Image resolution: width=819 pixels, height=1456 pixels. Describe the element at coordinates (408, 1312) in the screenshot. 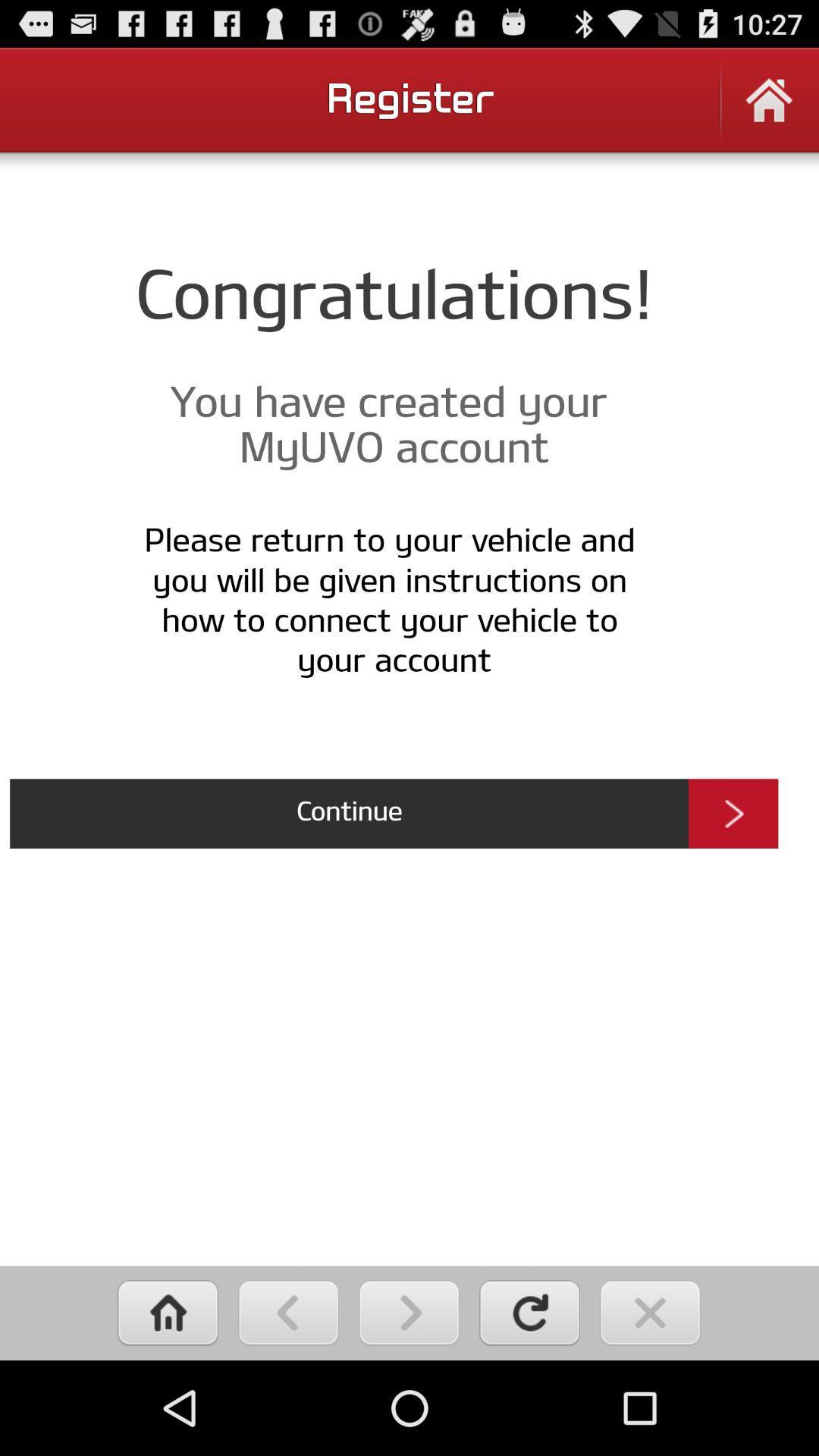

I see `click next` at that location.